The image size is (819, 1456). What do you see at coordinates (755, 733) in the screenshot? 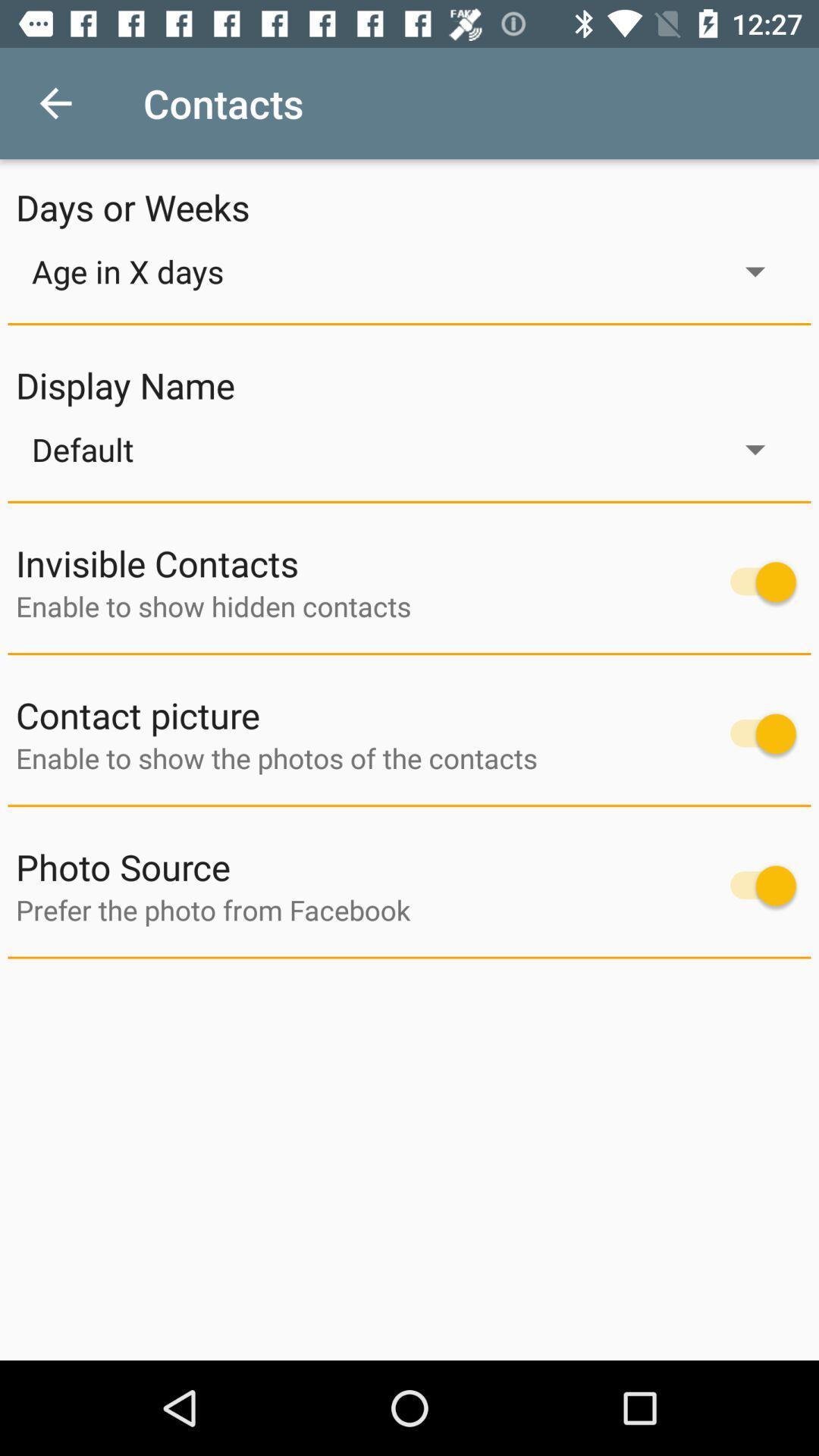
I see `contact` at bounding box center [755, 733].